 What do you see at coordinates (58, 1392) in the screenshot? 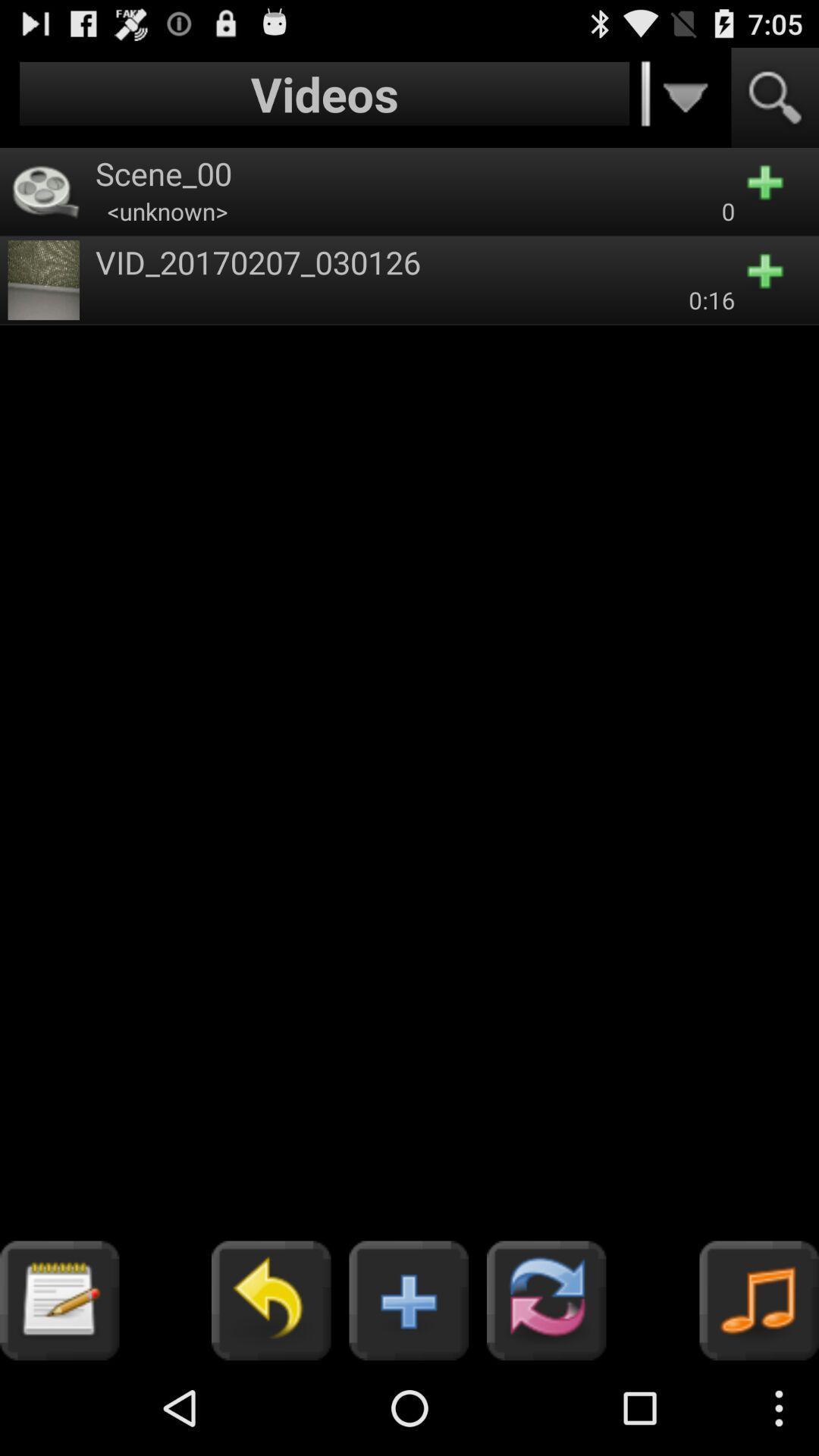
I see `the edit icon` at bounding box center [58, 1392].